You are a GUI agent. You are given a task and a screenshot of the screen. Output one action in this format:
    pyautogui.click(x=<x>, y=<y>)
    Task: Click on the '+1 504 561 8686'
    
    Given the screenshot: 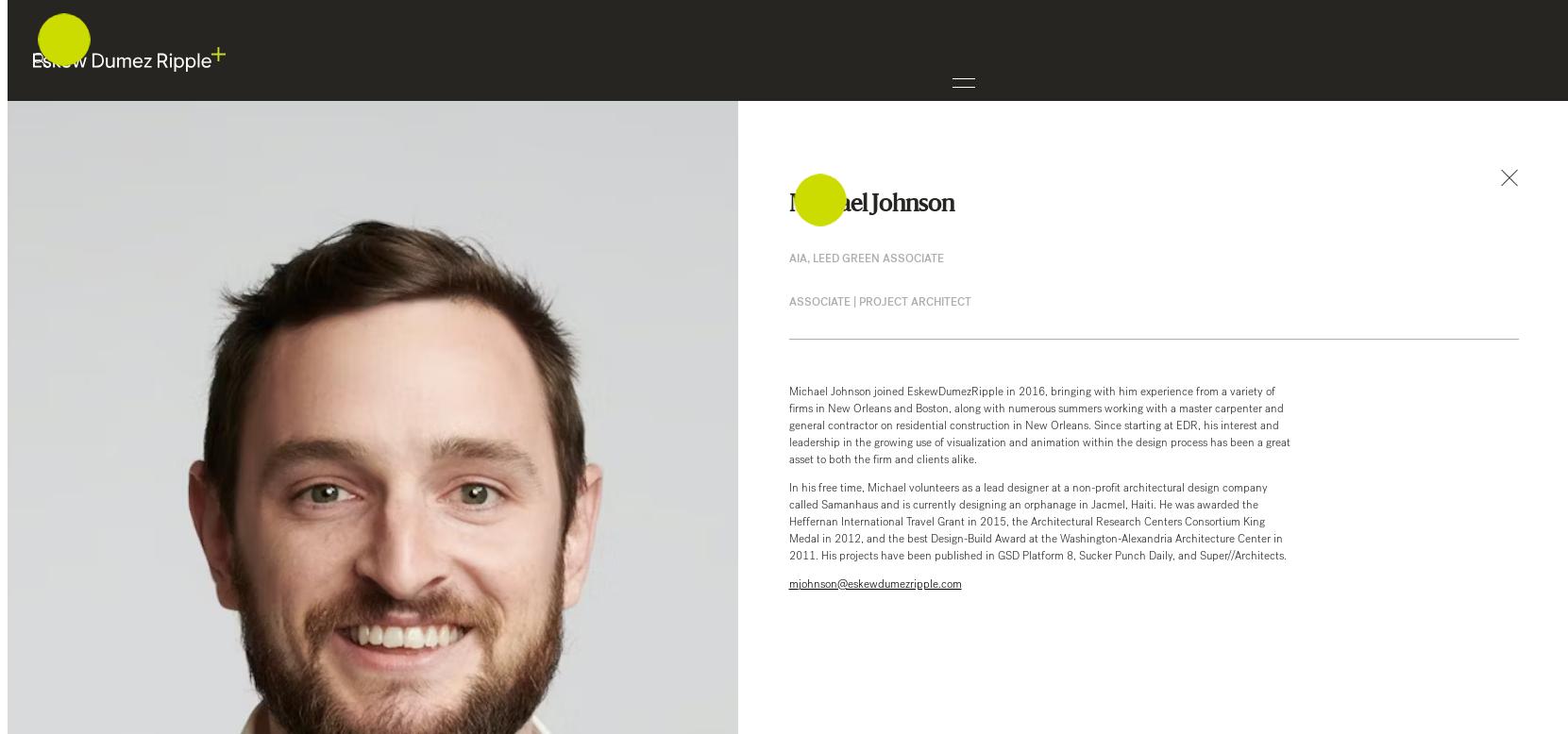 What is the action you would take?
    pyautogui.click(x=76, y=642)
    